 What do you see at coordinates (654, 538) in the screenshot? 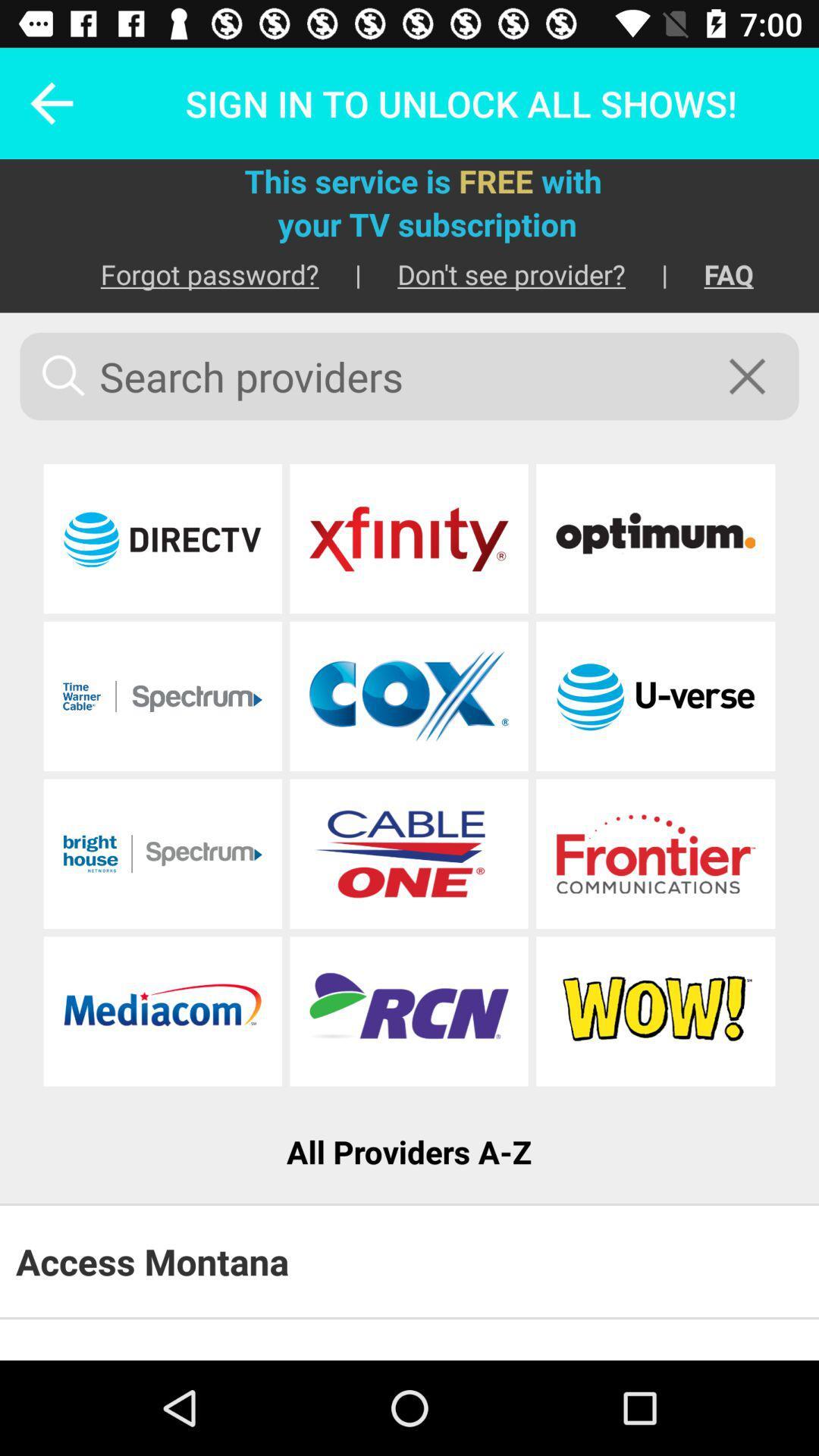
I see `optimum` at bounding box center [654, 538].